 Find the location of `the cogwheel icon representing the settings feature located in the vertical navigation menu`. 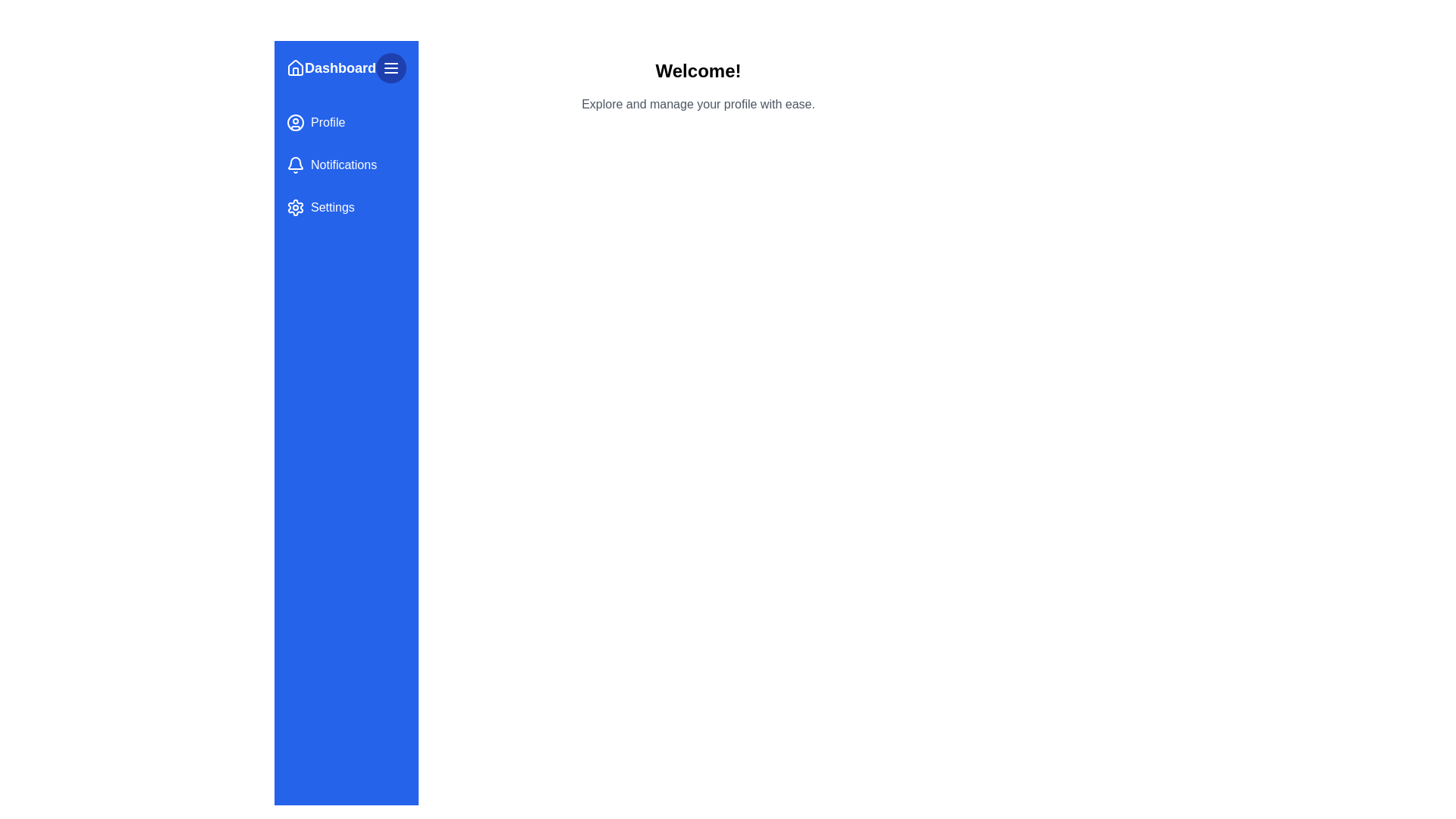

the cogwheel icon representing the settings feature located in the vertical navigation menu is located at coordinates (295, 207).